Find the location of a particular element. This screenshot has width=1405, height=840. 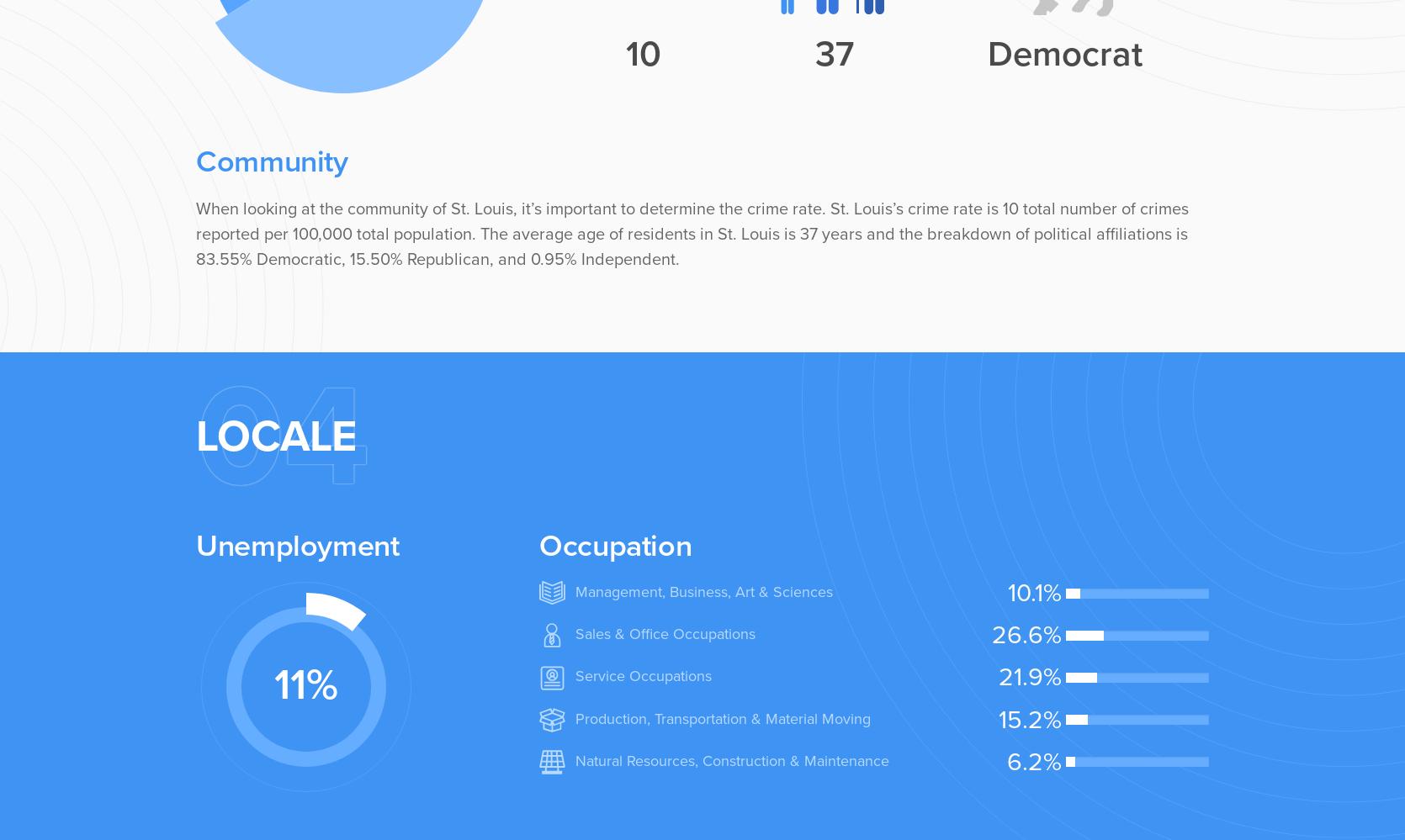

'10' is located at coordinates (643, 52).